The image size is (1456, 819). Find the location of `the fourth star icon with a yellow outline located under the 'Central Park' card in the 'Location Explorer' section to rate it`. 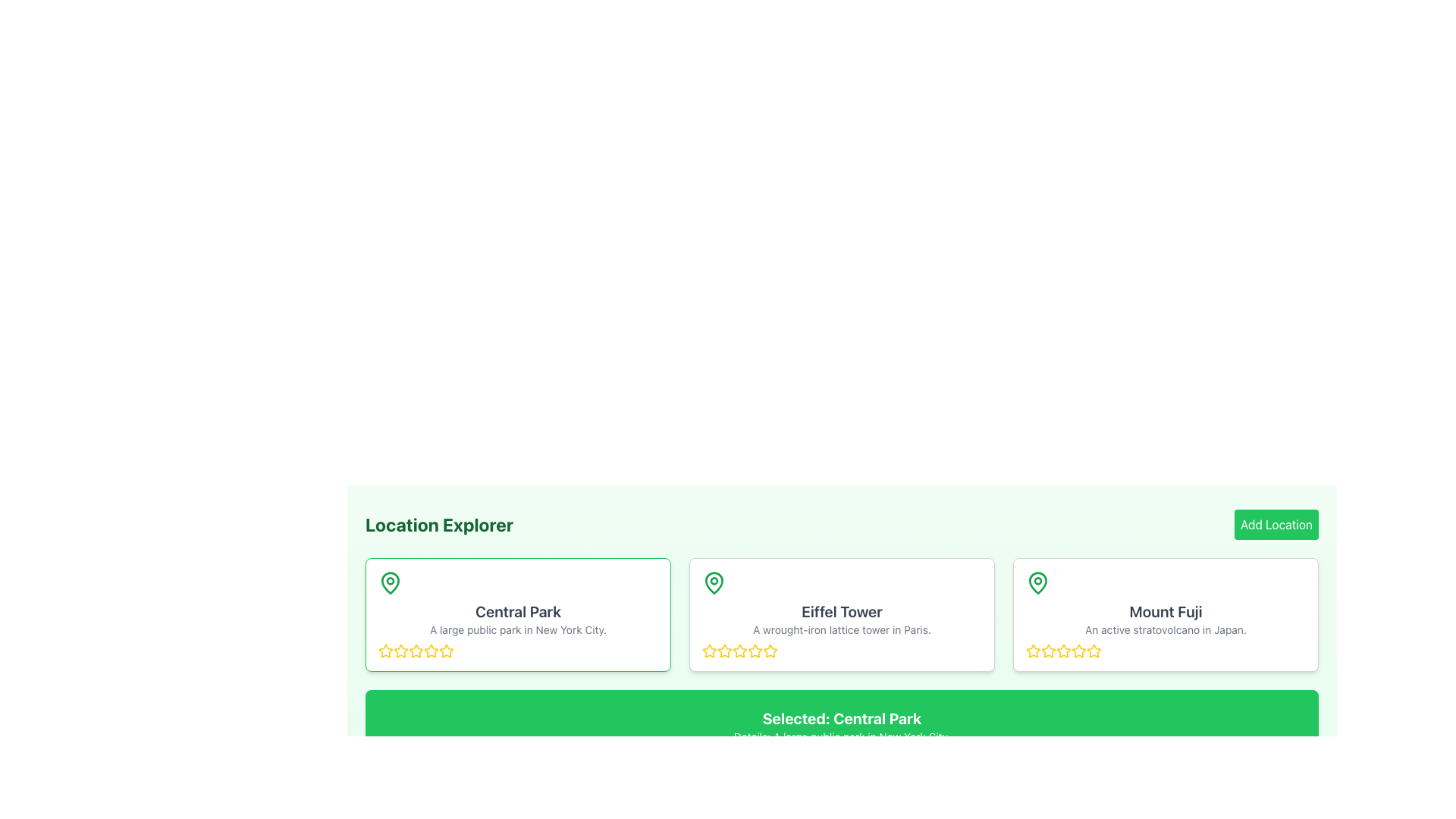

the fourth star icon with a yellow outline located under the 'Central Park' card in the 'Location Explorer' section to rate it is located at coordinates (446, 650).